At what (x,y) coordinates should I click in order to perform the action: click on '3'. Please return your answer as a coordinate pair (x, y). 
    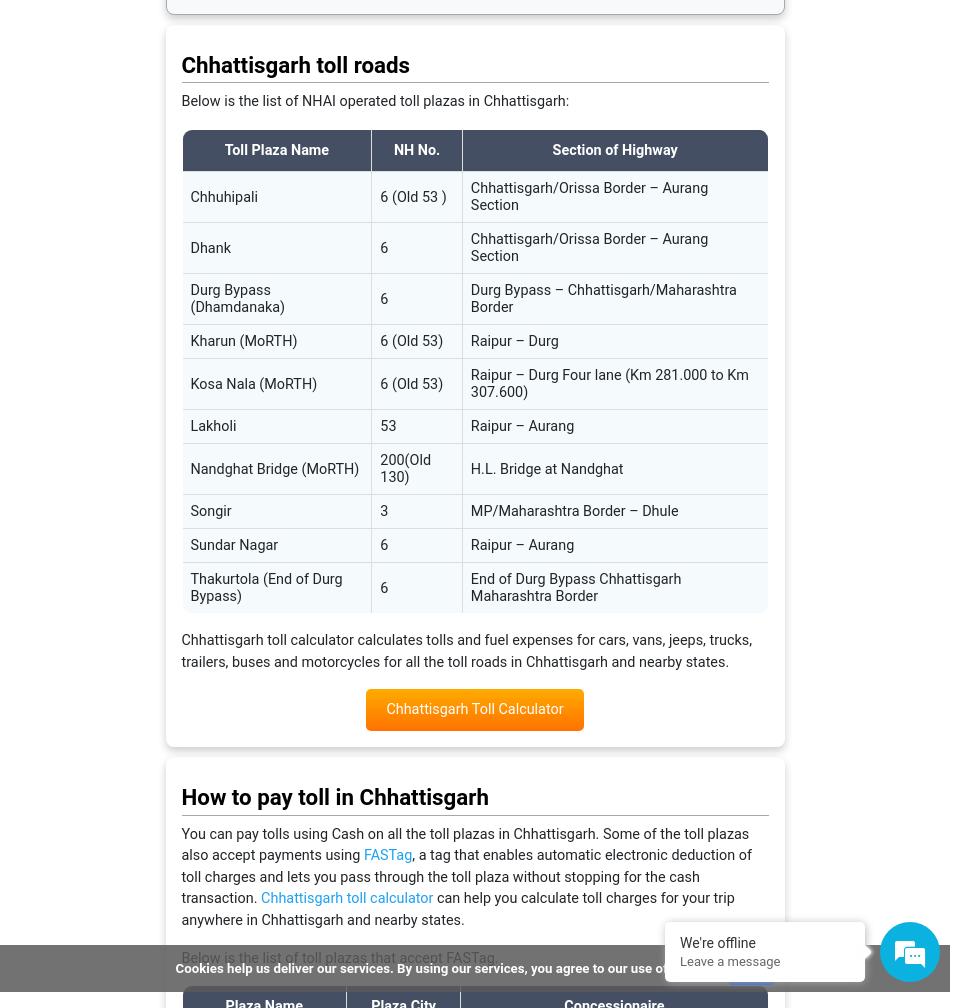
    Looking at the image, I should click on (382, 511).